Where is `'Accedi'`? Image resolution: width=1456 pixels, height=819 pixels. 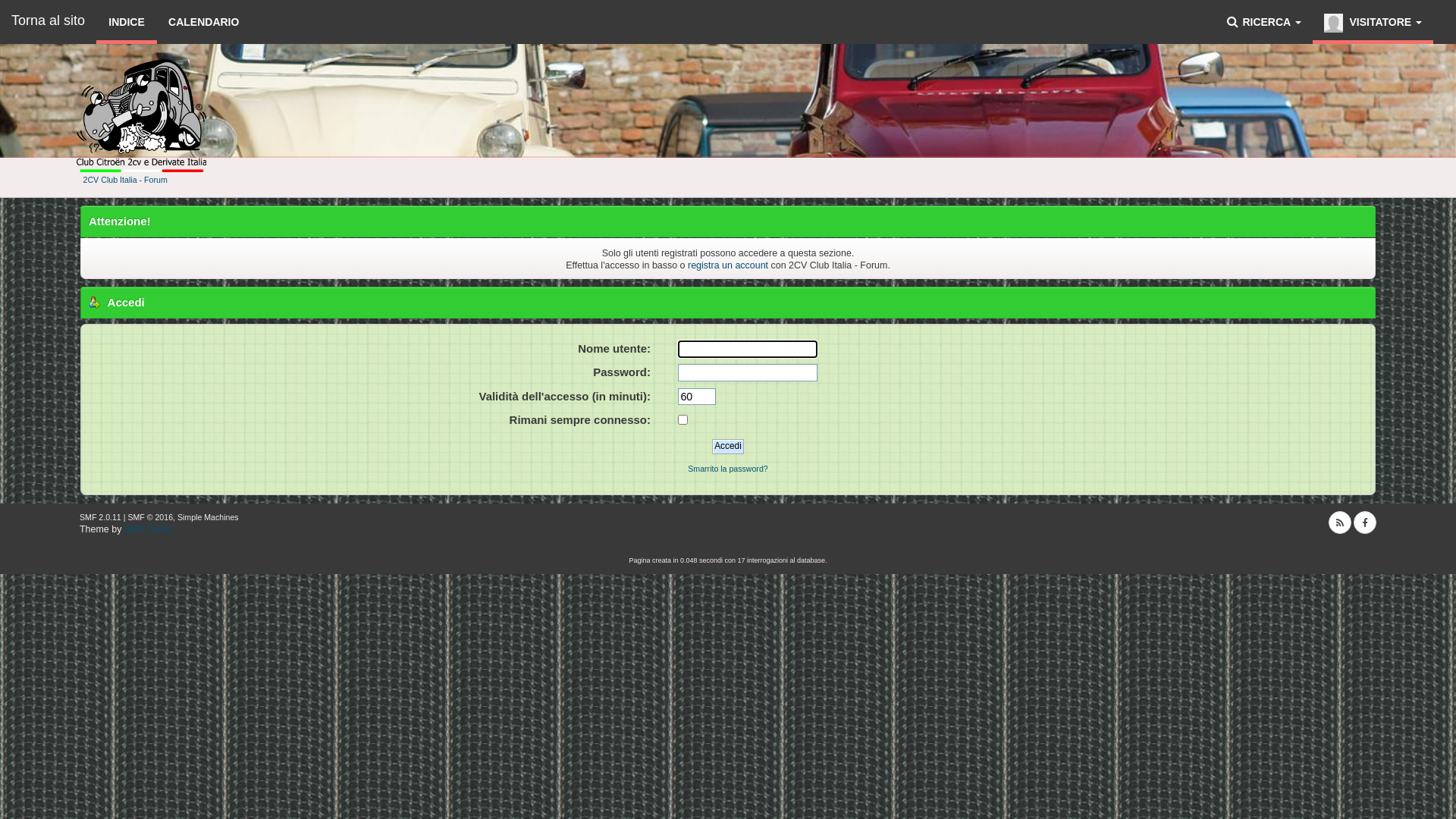 'Accedi' is located at coordinates (728, 446).